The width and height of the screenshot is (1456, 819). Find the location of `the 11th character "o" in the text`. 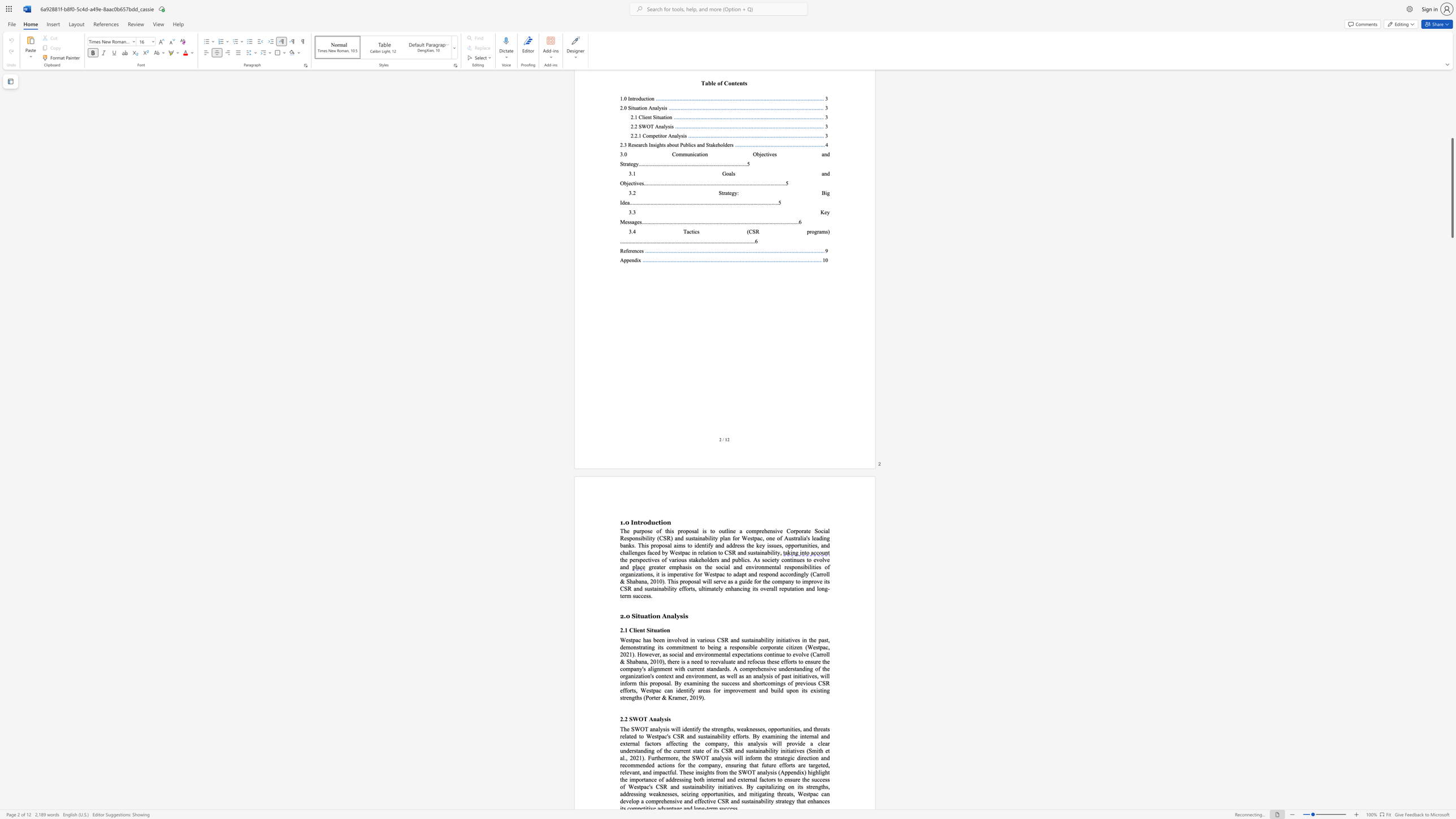

the 11th character "o" in the text is located at coordinates (624, 668).